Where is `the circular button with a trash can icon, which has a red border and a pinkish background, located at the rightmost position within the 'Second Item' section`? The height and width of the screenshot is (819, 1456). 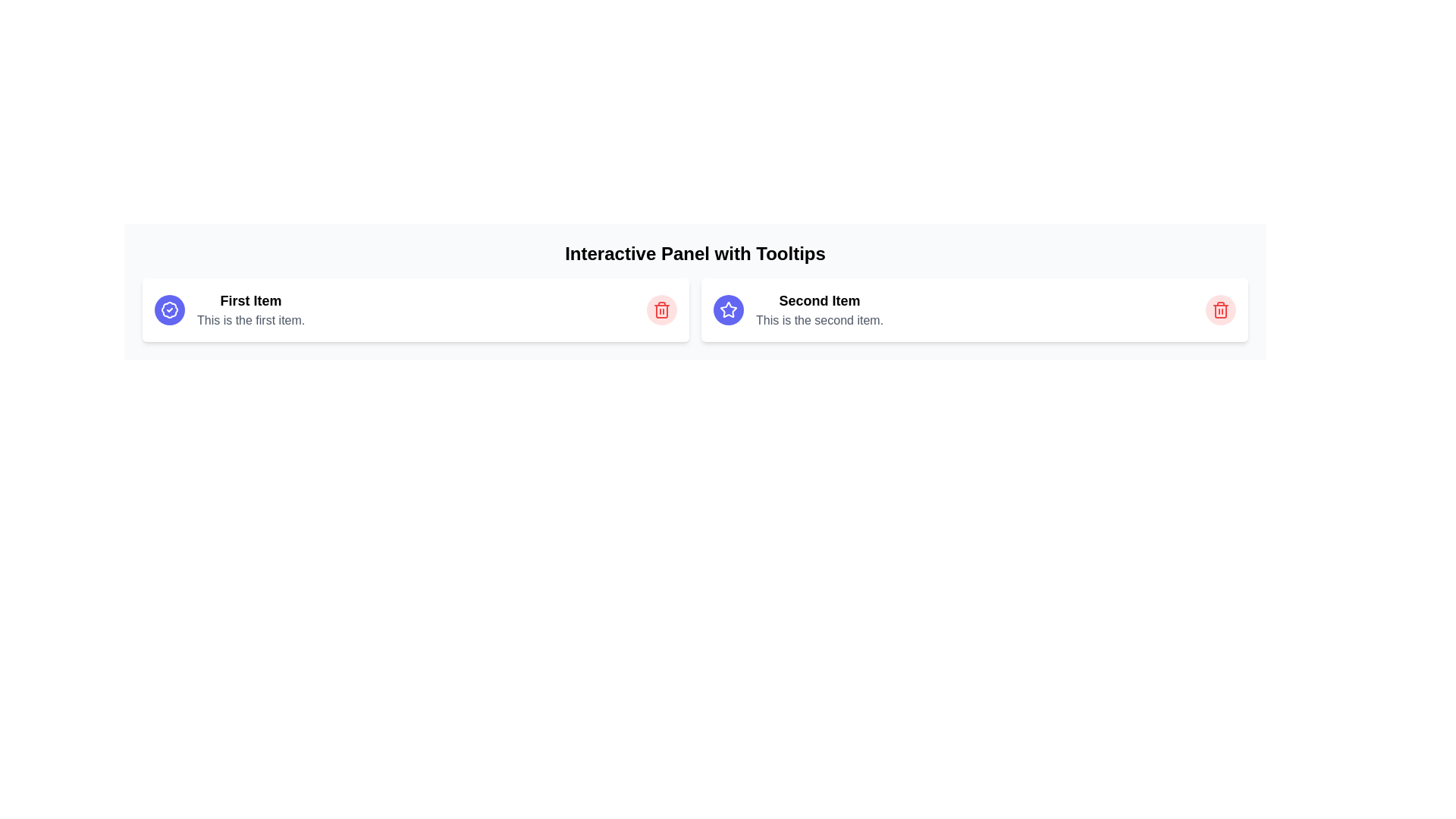
the circular button with a trash can icon, which has a red border and a pinkish background, located at the rightmost position within the 'Second Item' section is located at coordinates (1220, 309).